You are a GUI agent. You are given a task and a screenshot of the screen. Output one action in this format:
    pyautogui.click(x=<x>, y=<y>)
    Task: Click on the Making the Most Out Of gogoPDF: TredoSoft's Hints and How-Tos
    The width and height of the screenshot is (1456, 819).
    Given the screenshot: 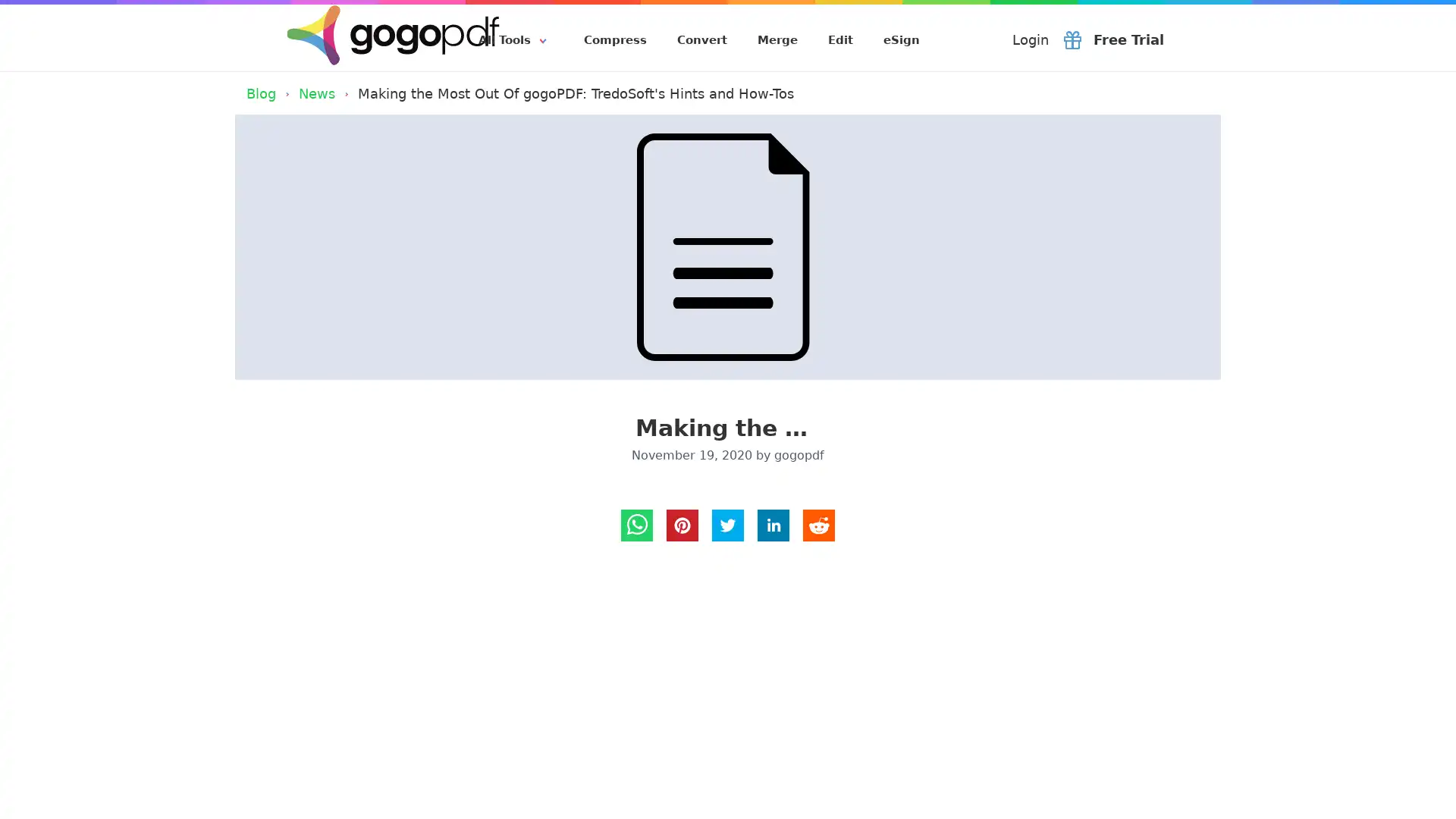 What is the action you would take?
    pyautogui.click(x=728, y=246)
    